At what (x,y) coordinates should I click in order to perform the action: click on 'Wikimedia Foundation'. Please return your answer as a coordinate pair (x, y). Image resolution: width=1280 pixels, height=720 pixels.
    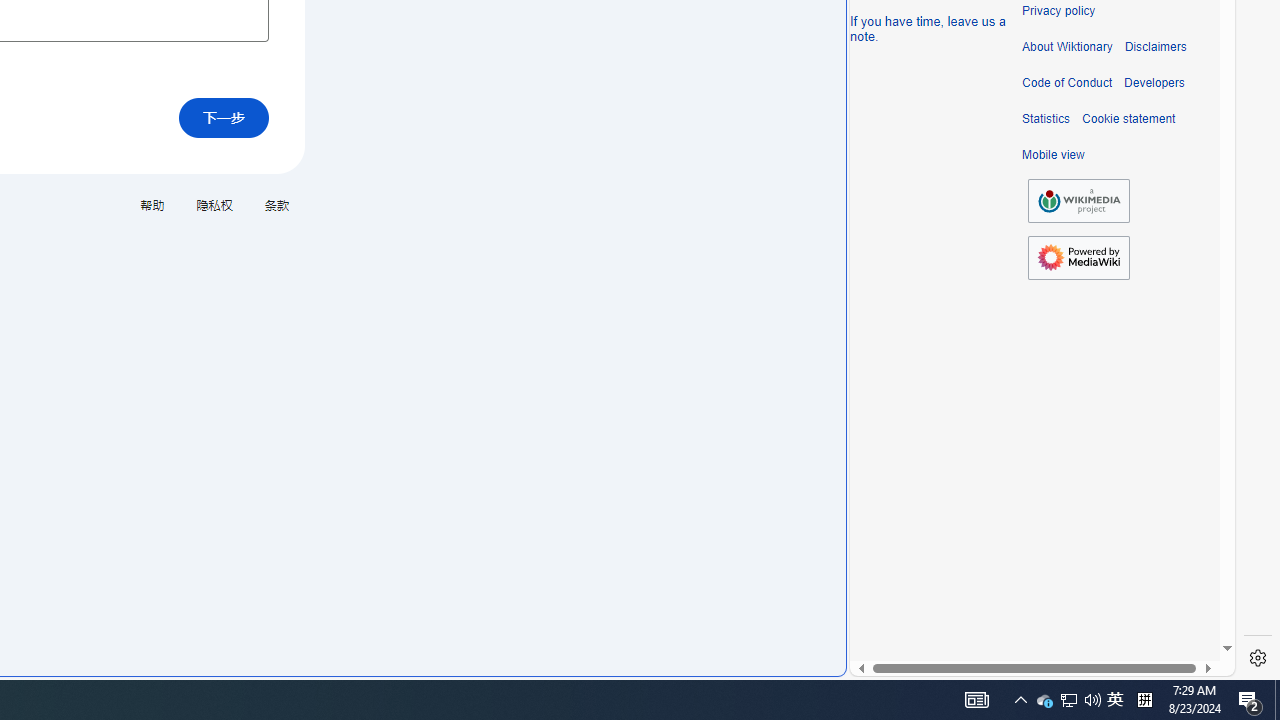
    Looking at the image, I should click on (1078, 201).